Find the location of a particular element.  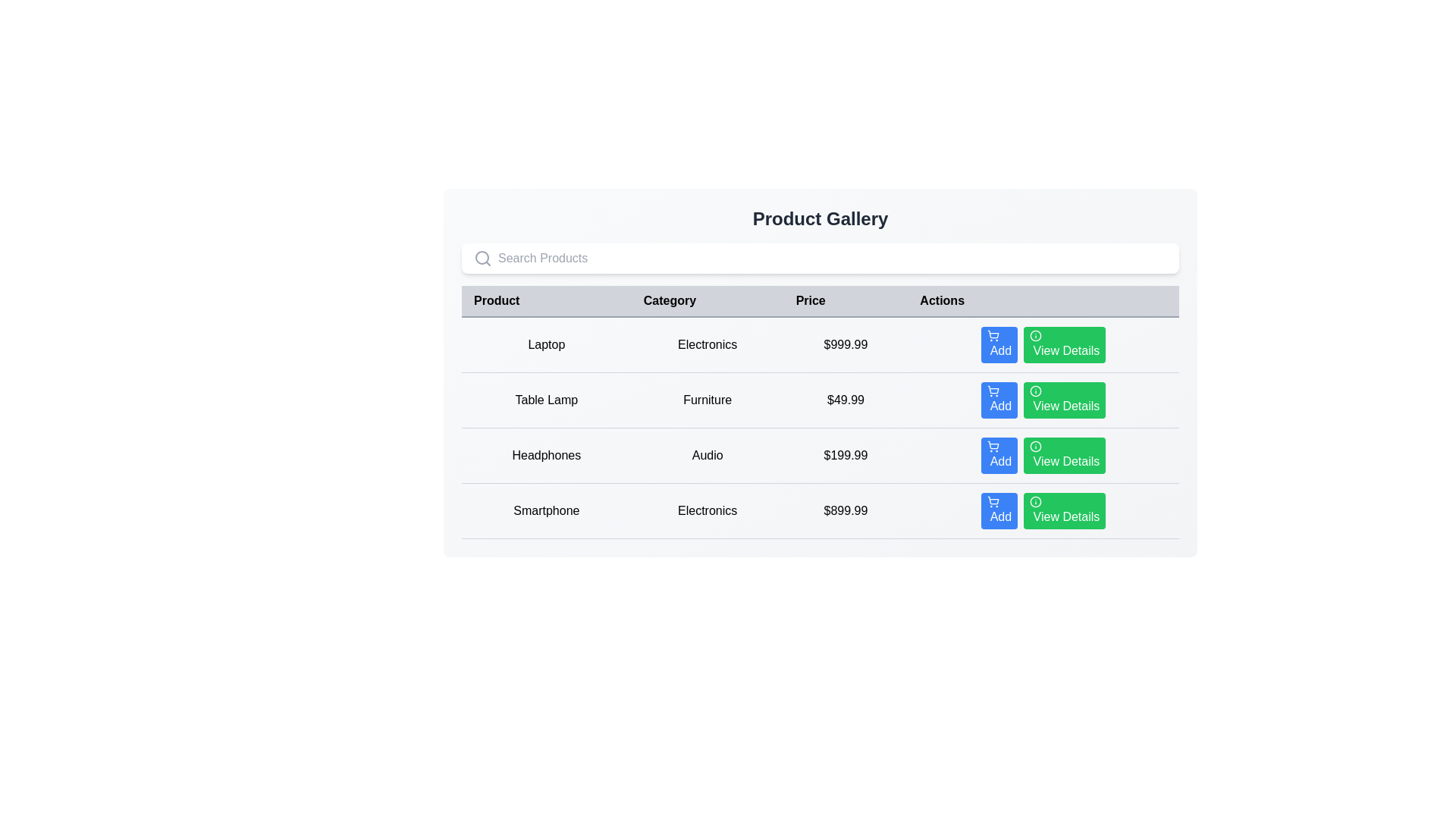

the text label displaying the price '$49.99' in the 'Price' column of the product table, located in the second row adjacent to the 'Table Lamp' product name is located at coordinates (845, 400).